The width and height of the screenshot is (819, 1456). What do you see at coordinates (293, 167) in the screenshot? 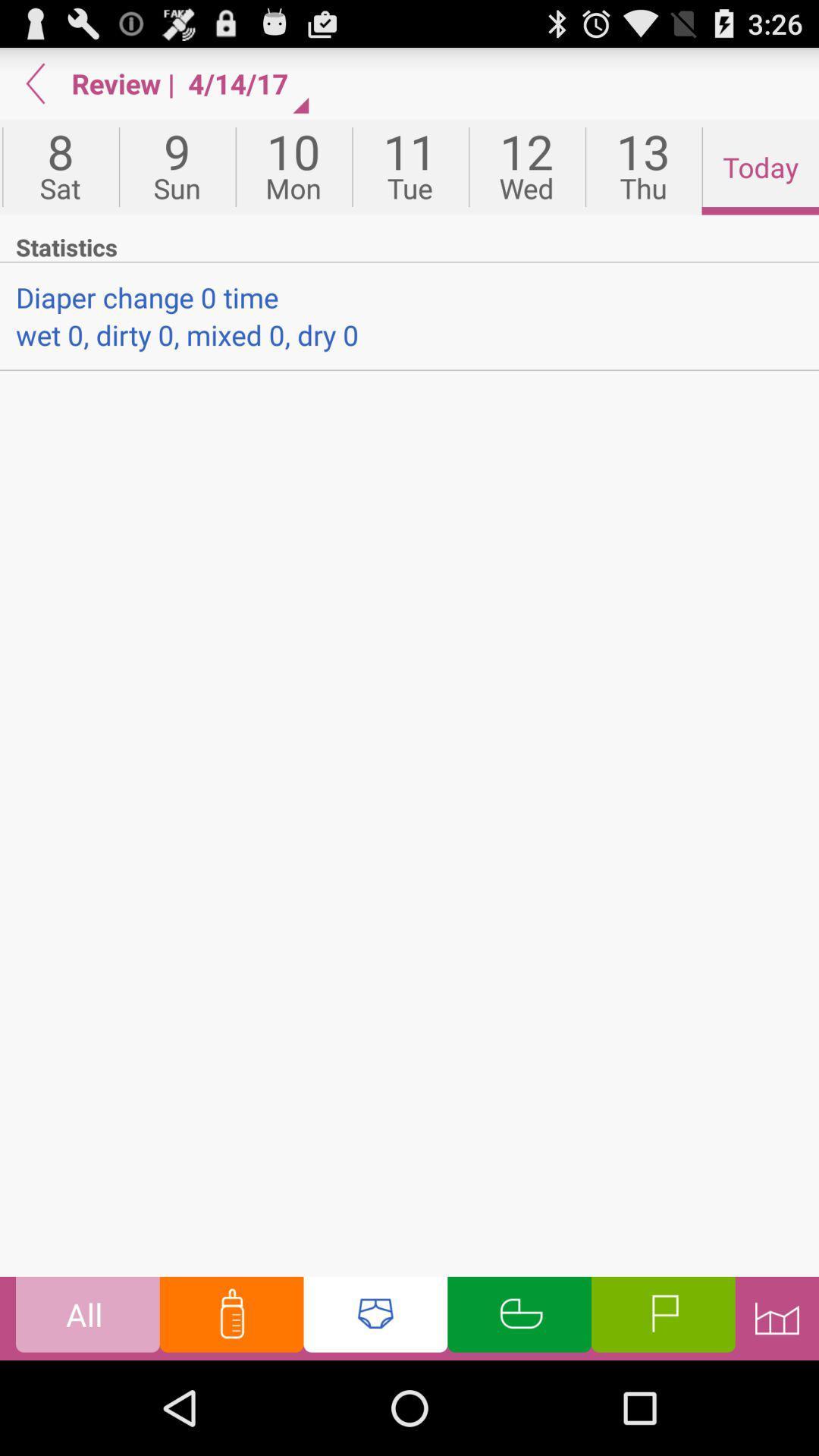
I see `item to the right of 9 icon` at bounding box center [293, 167].